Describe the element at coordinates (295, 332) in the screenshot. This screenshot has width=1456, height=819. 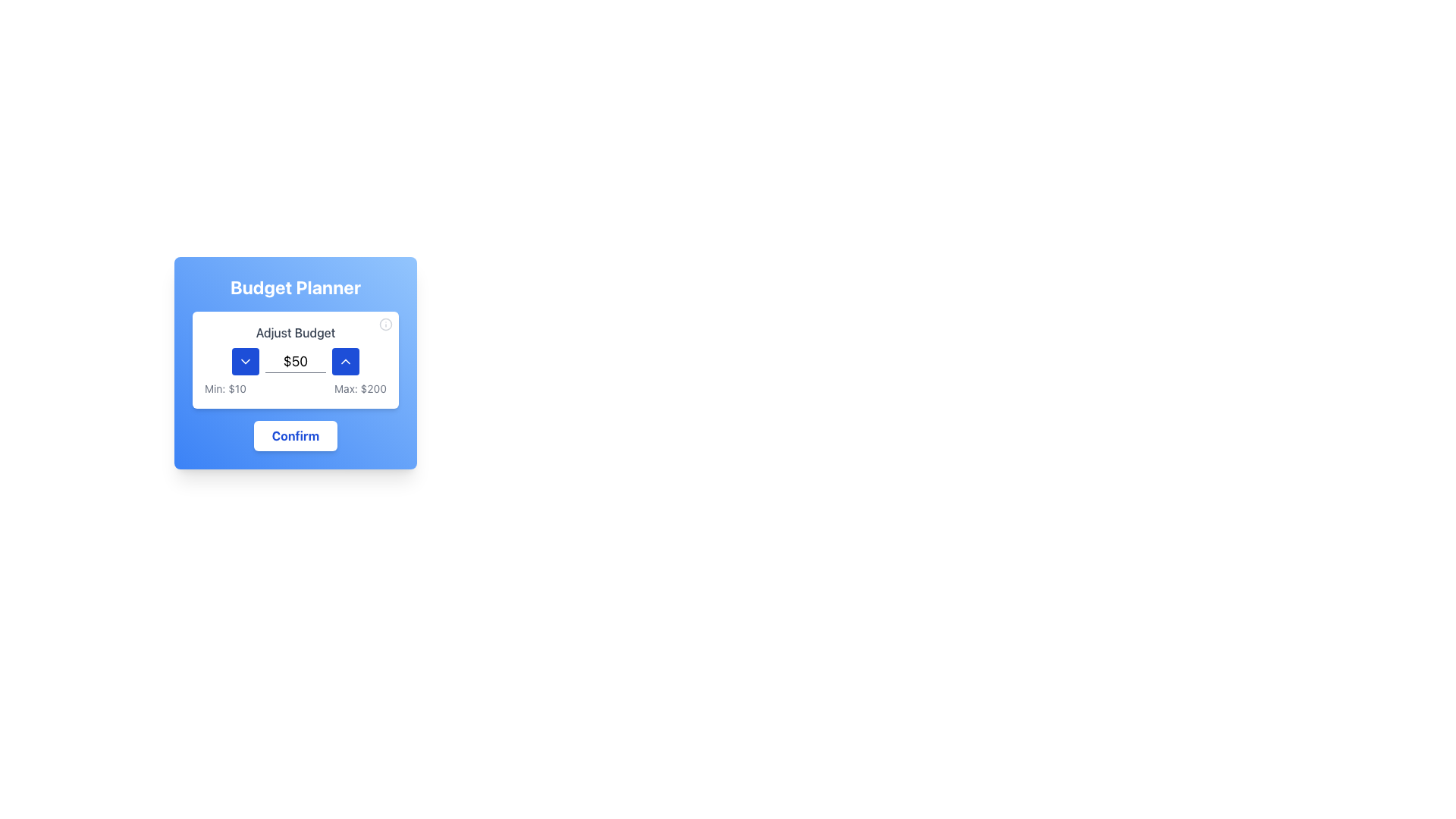
I see `the text label displaying 'Adjust Budget' located at the top center of the 'Budget Planner' modal card` at that location.